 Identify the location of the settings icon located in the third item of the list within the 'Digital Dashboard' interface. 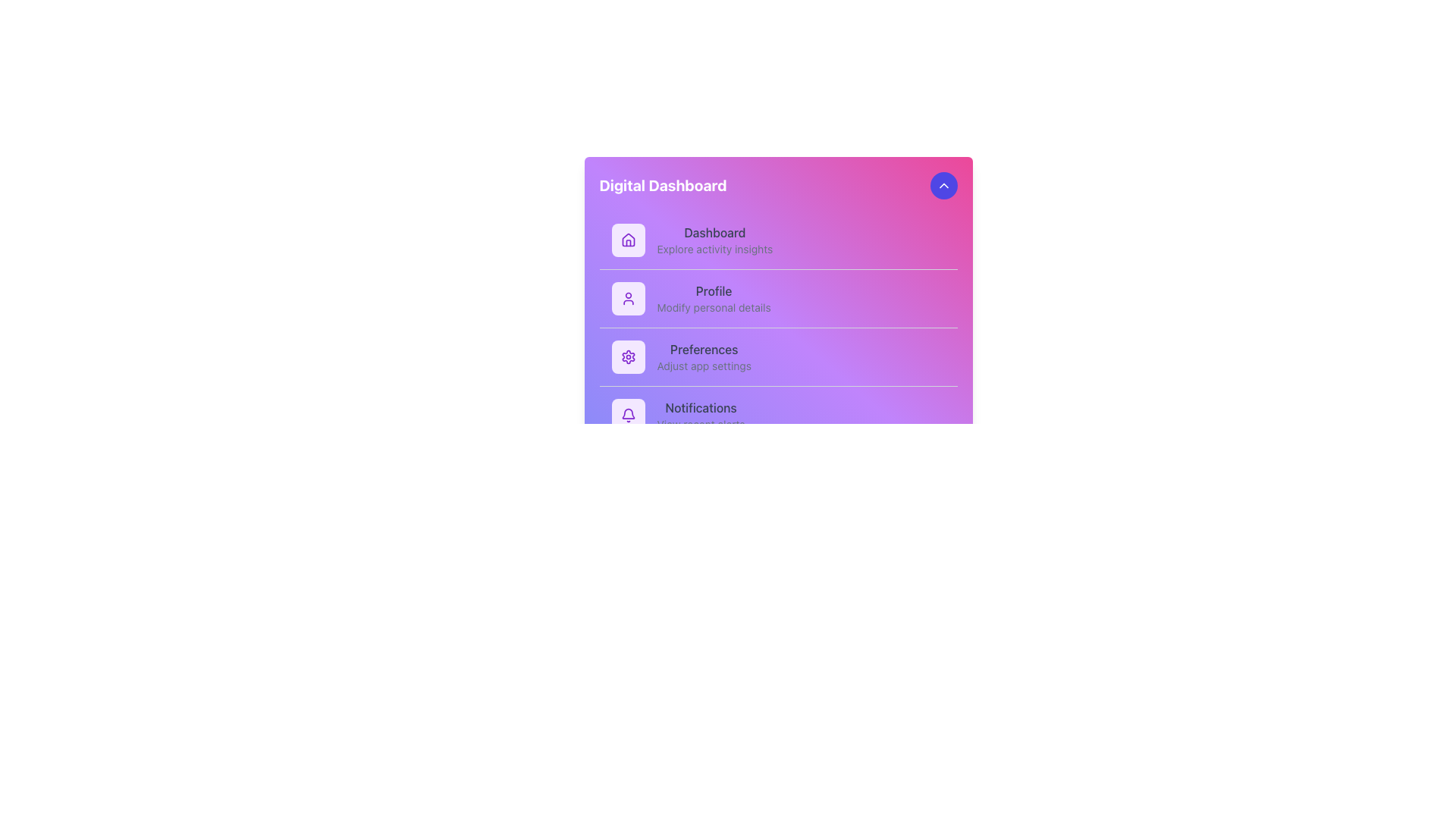
(628, 356).